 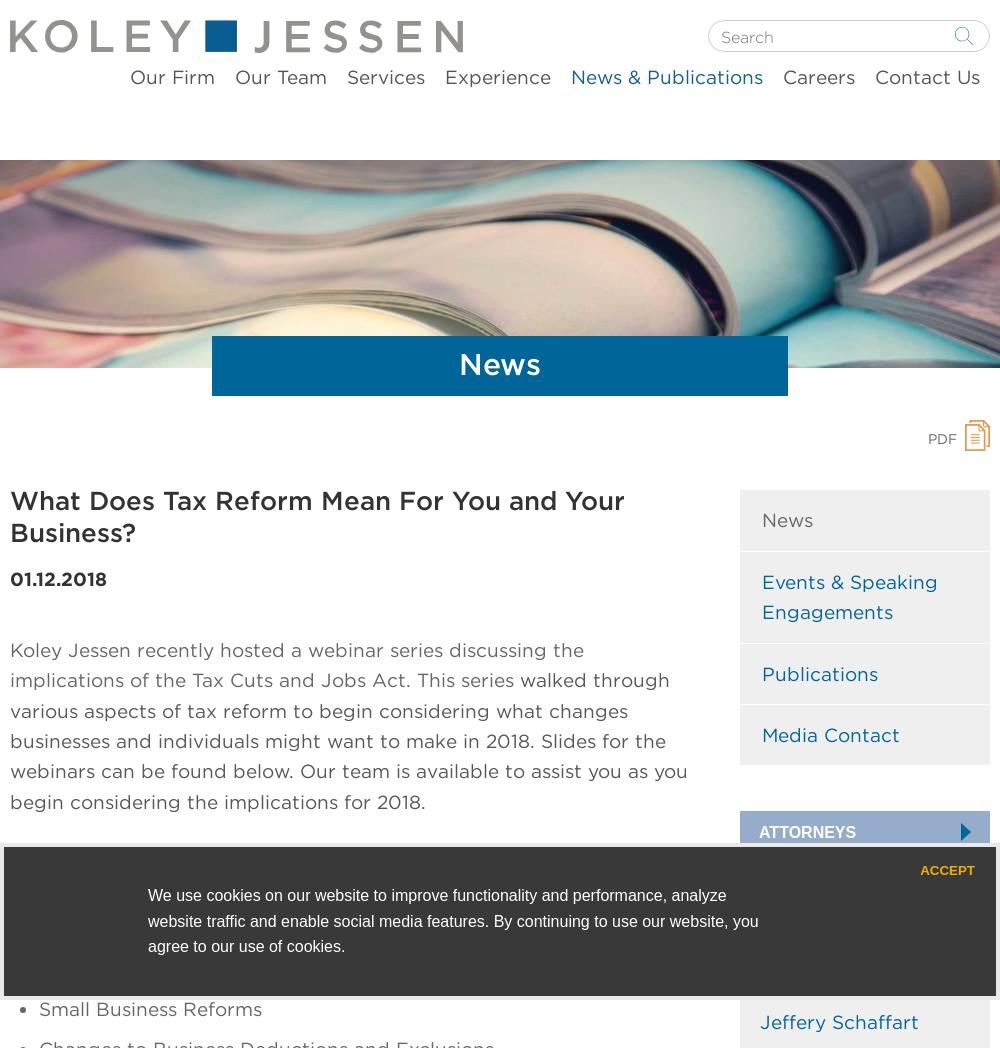 What do you see at coordinates (10, 739) in the screenshot?
I see `'walked through various aspects of tax reform to begin considering what changes businesses and individuals might want to make in 2018. Slides for the webinars can be found below. Our team is available to assist you as you begin considering the implications for 2018.'` at bounding box center [10, 739].